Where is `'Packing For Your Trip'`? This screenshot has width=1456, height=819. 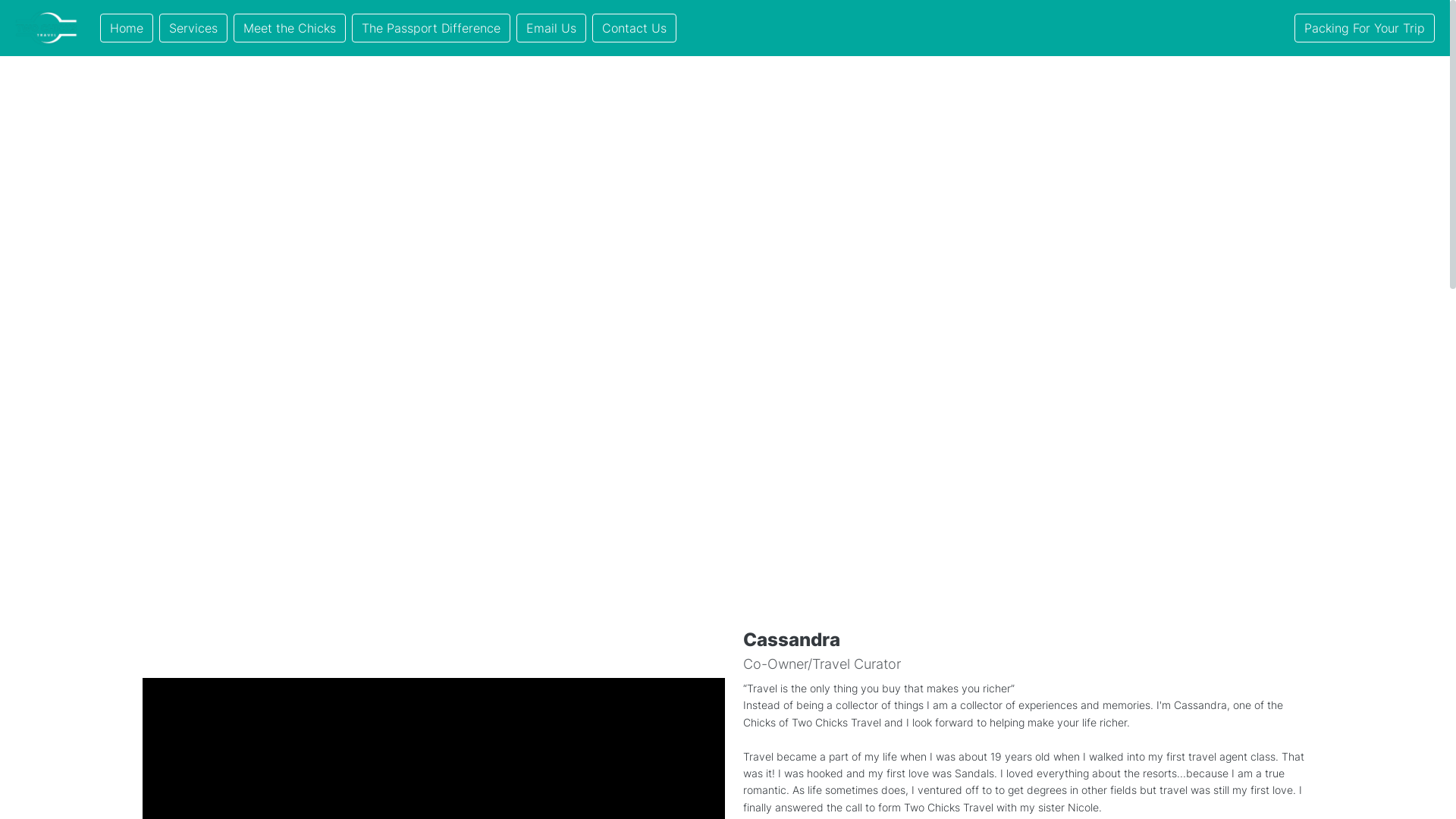 'Packing For Your Trip' is located at coordinates (1364, 28).